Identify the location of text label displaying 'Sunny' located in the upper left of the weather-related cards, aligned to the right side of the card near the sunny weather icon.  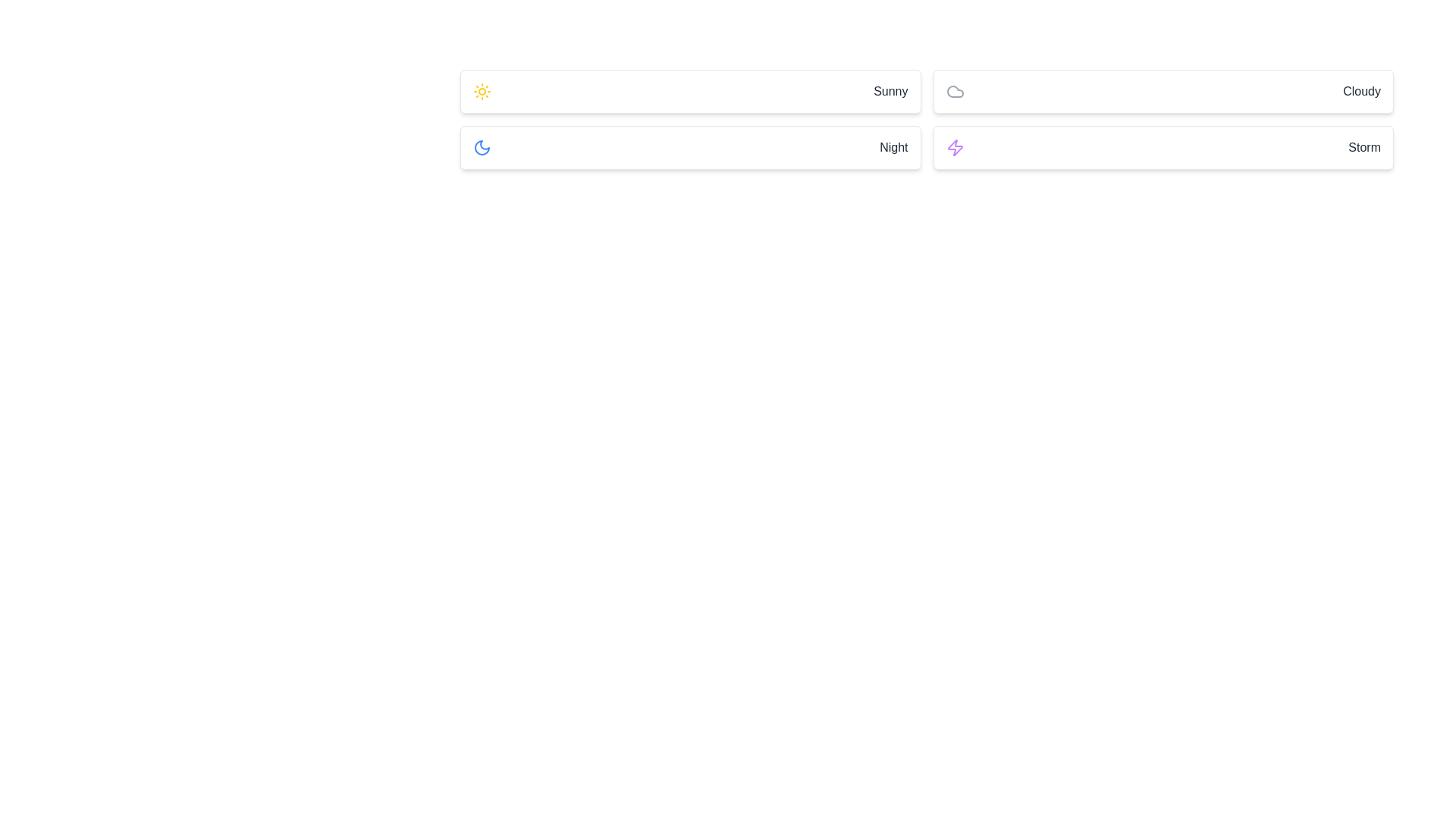
(890, 91).